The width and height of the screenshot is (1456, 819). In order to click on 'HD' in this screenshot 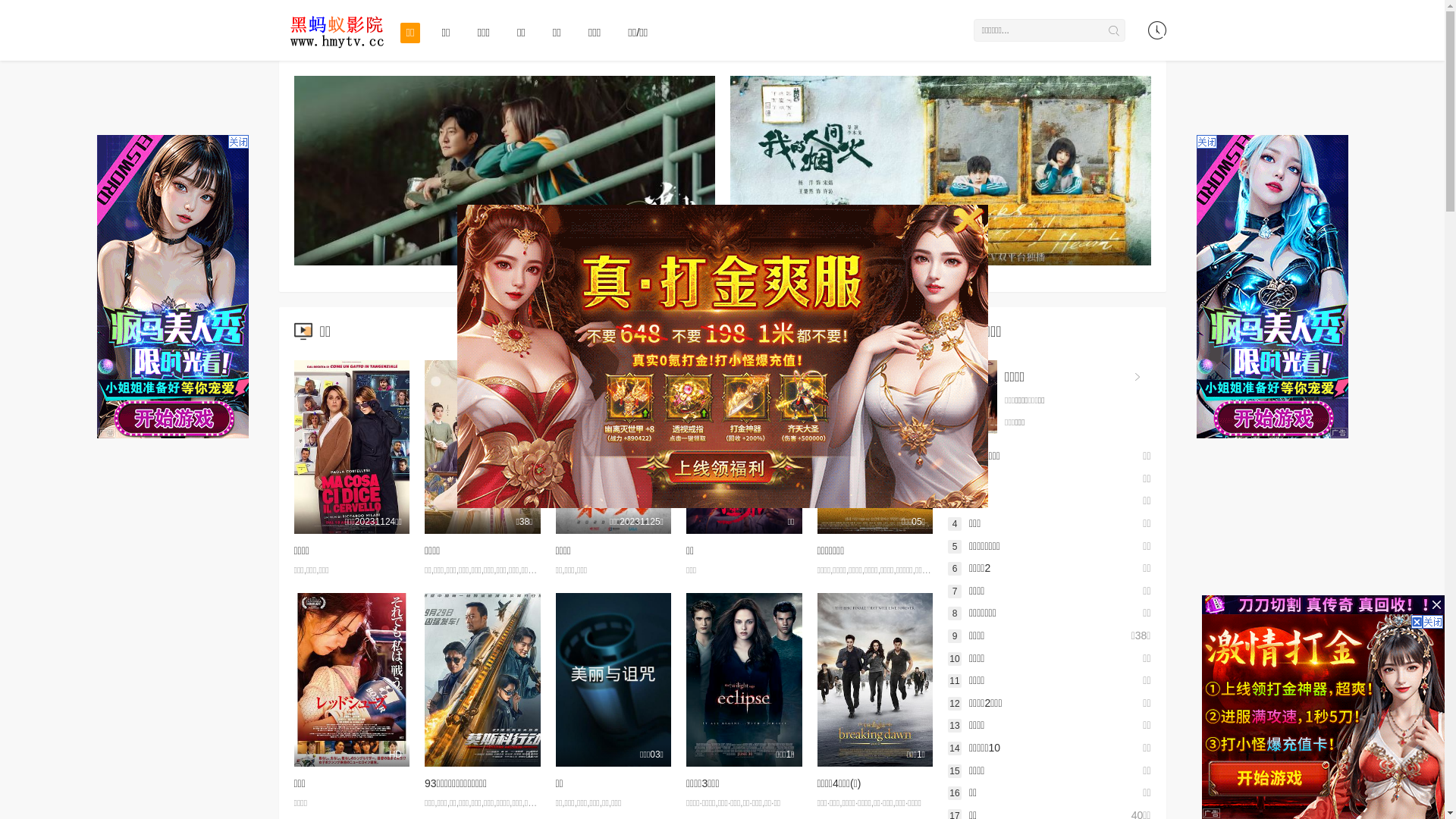, I will do `click(351, 679)`.